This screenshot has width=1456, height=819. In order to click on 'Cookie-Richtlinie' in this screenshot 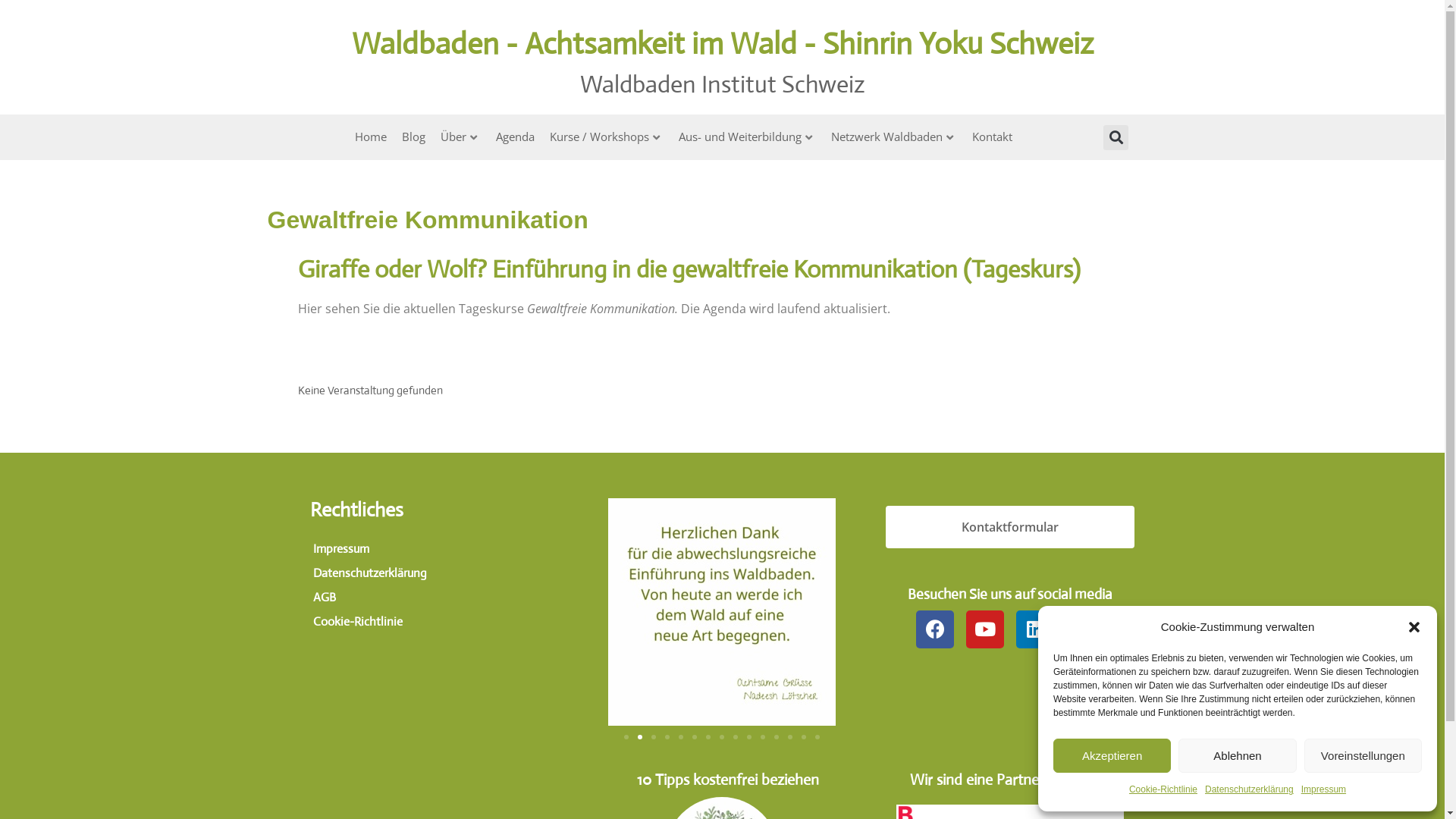, I will do `click(1128, 789)`.